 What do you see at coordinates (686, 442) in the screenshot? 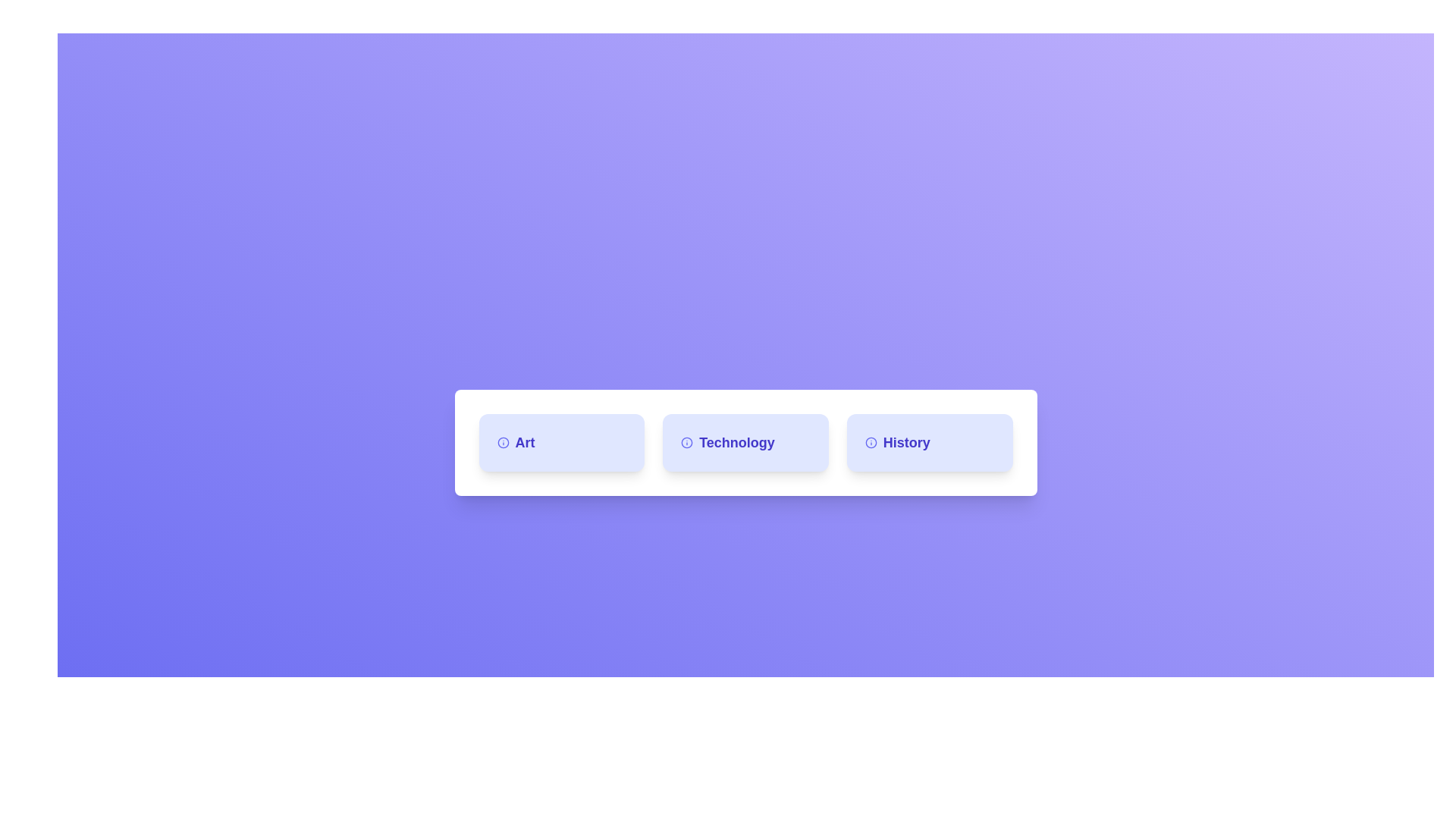
I see `the icon that visually represents the 'Technology' button to interact with the button` at bounding box center [686, 442].